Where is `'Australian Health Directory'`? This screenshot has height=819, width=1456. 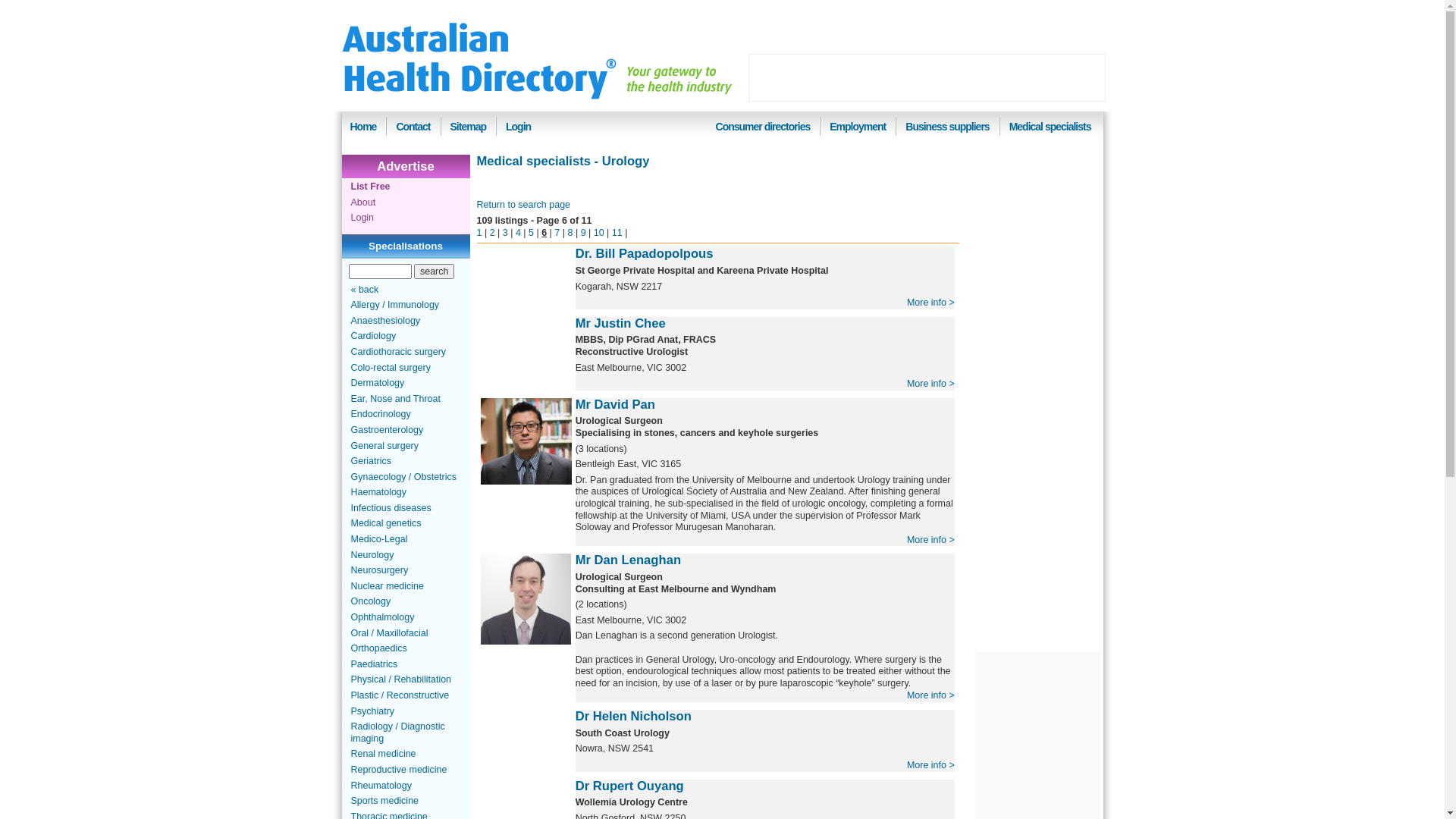
'Australian Health Directory' is located at coordinates (340, 60).